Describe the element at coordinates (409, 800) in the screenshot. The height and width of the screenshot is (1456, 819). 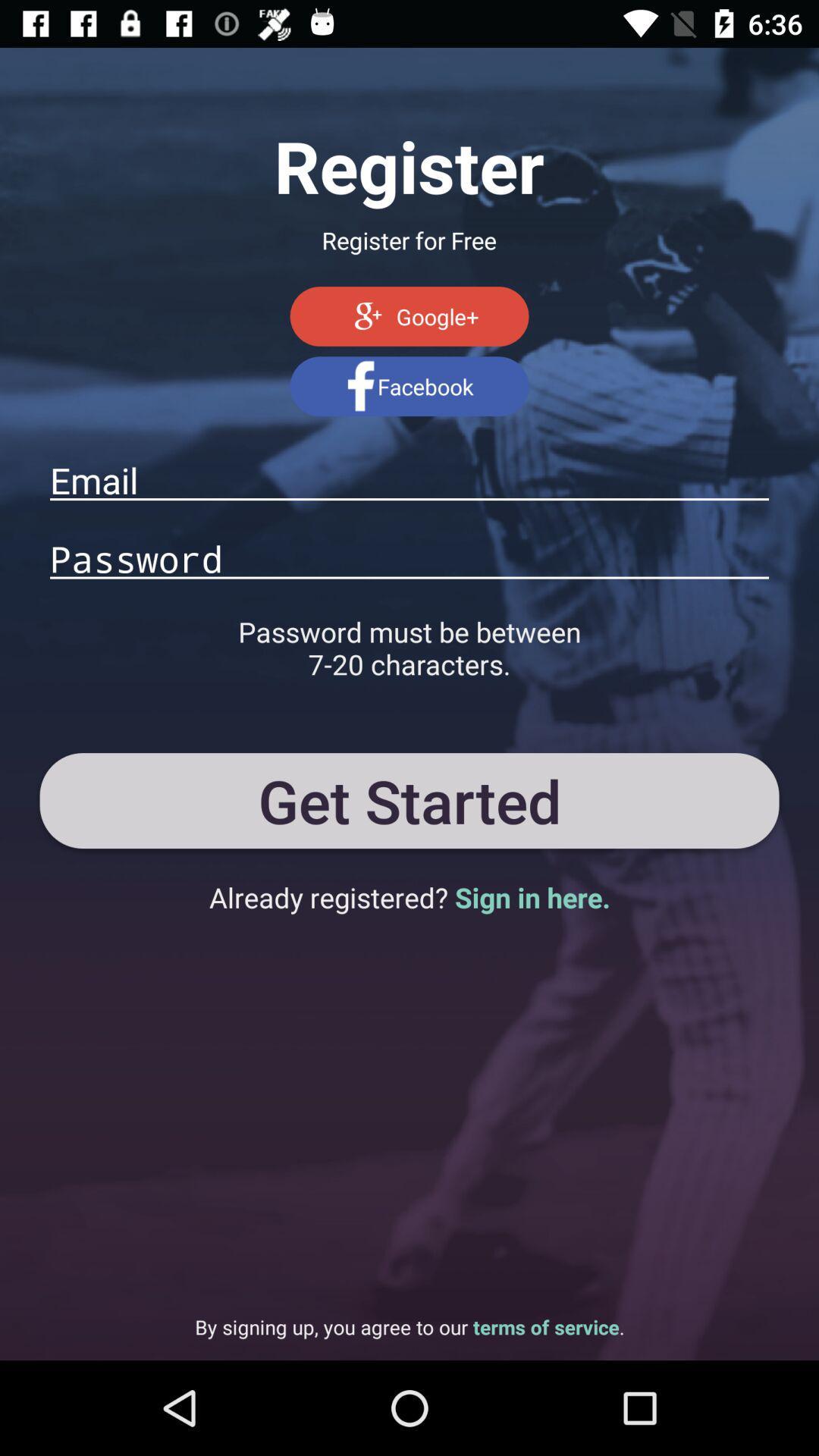
I see `the get started icon` at that location.